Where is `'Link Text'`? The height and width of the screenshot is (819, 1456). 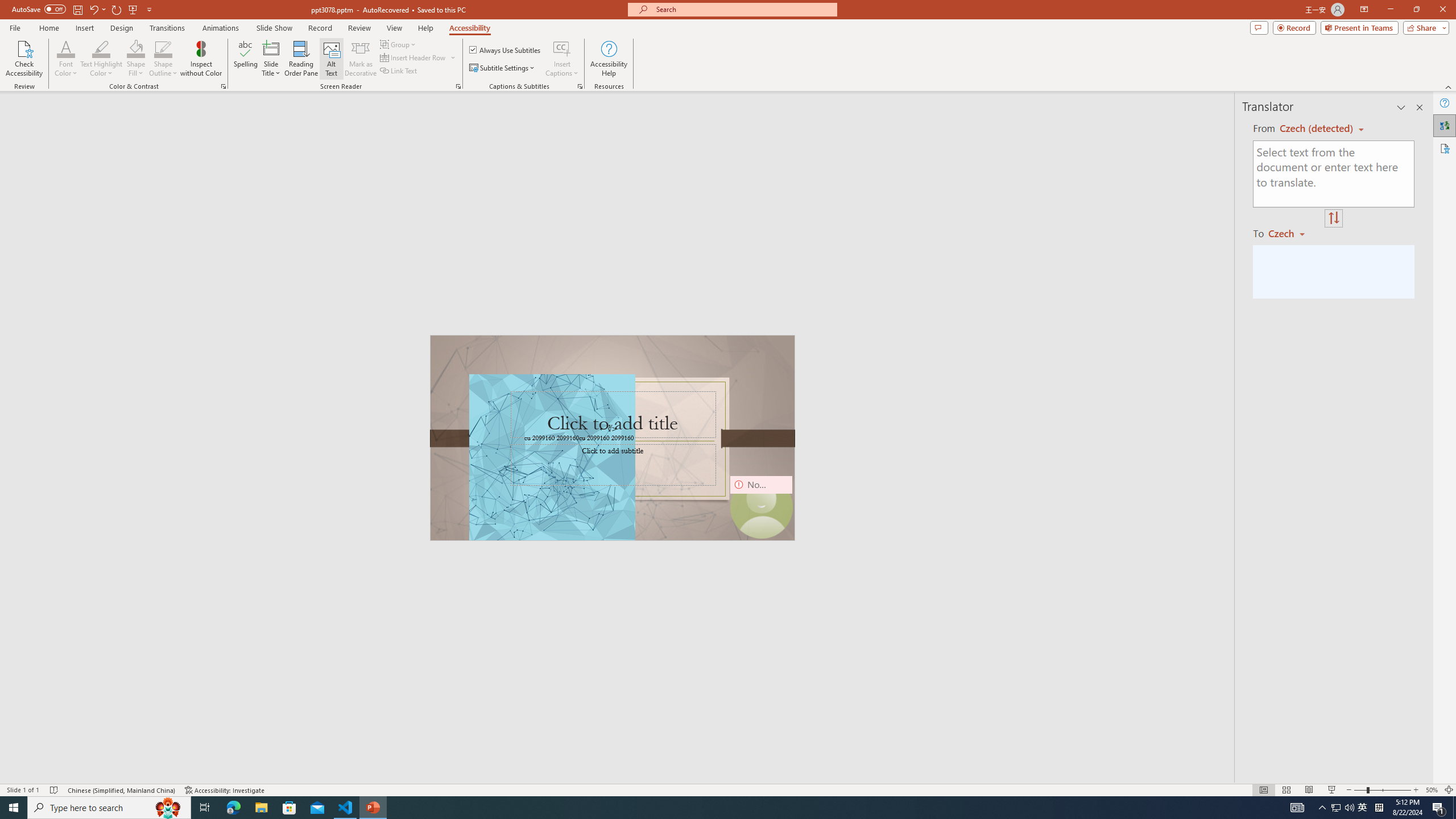
'Link Text' is located at coordinates (399, 69).